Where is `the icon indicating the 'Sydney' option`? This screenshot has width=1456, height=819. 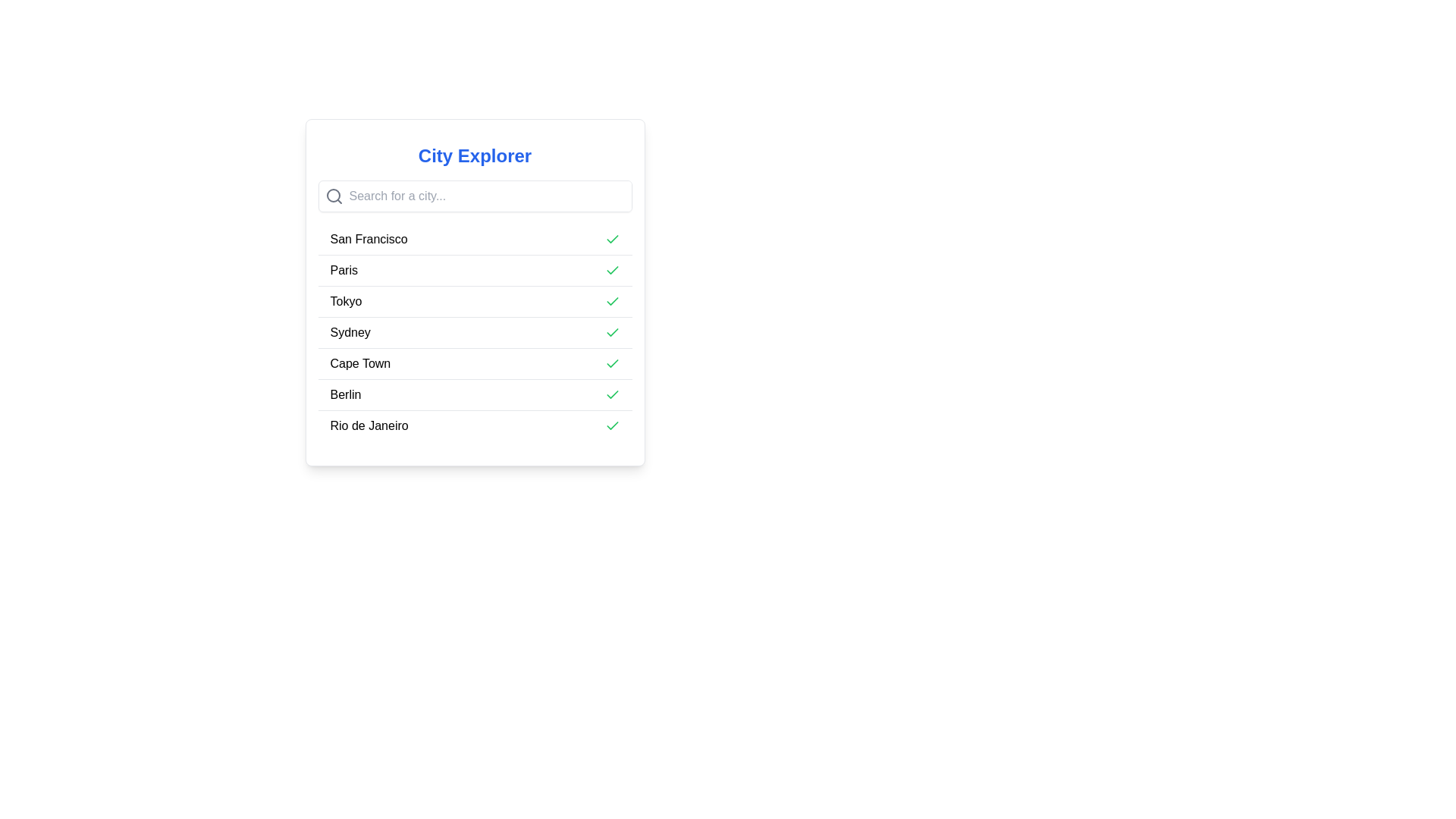 the icon indicating the 'Sydney' option is located at coordinates (612, 332).